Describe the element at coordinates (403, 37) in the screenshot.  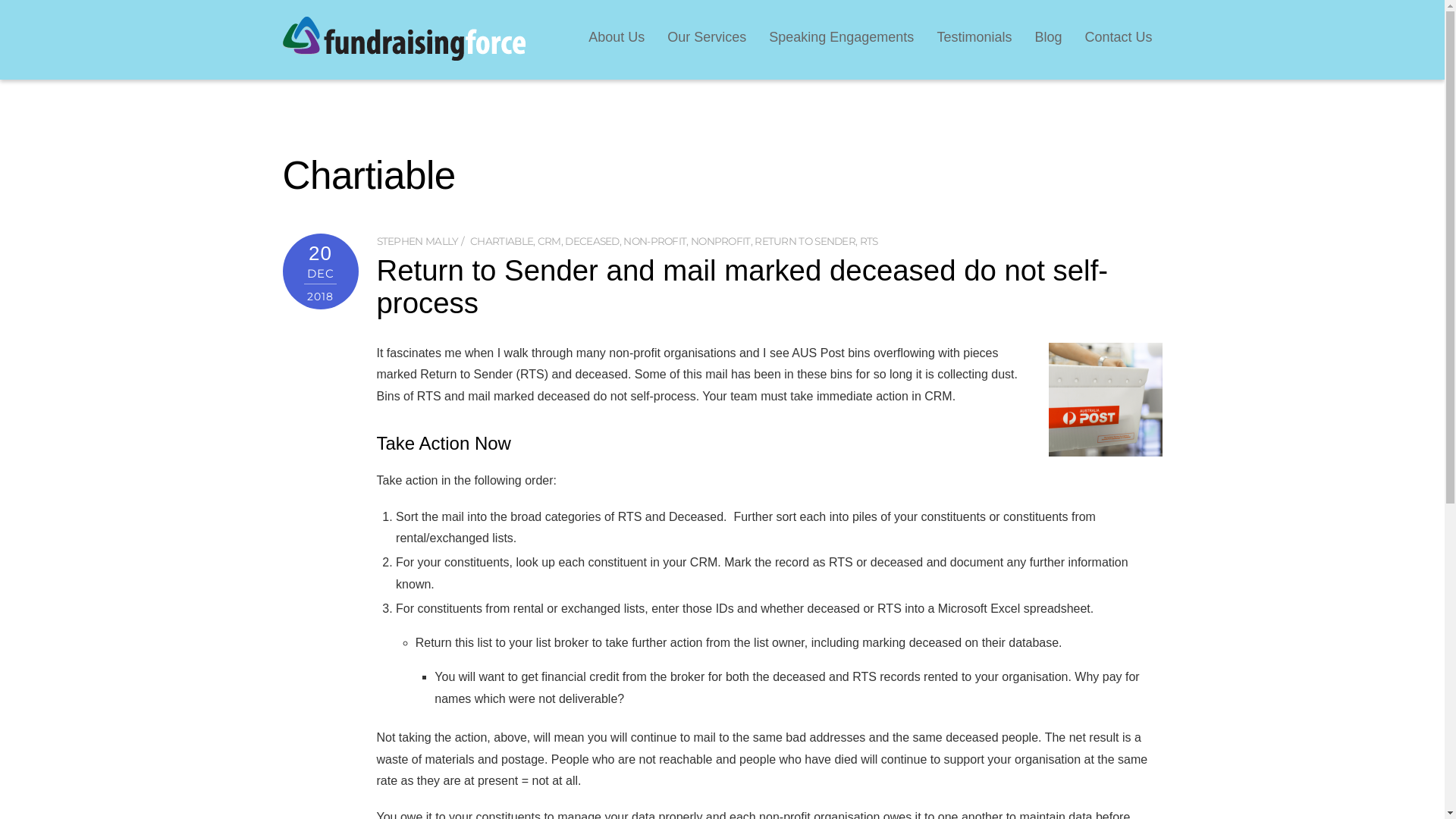
I see `'FundraisingForce'` at that location.